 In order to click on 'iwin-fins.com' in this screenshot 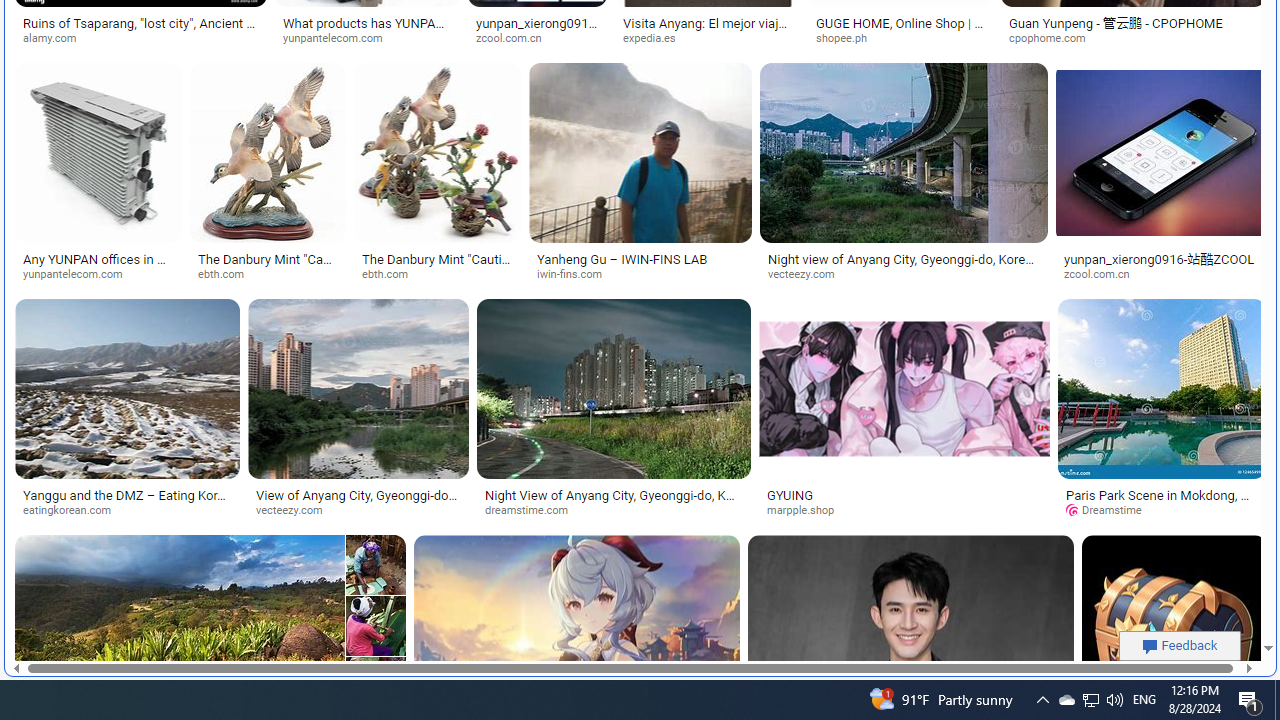, I will do `click(576, 274)`.